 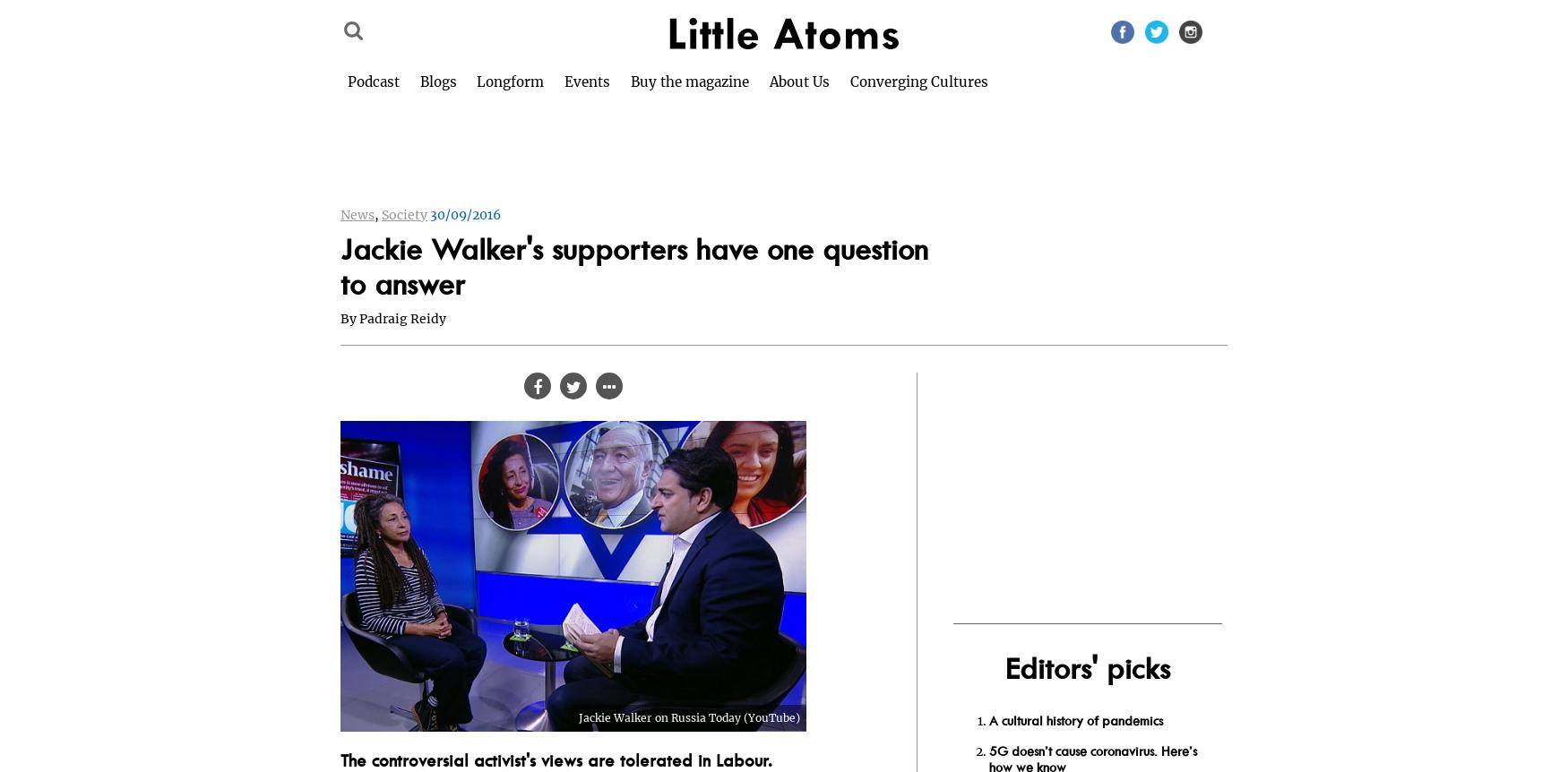 What do you see at coordinates (349, 320) in the screenshot?
I see `'By'` at bounding box center [349, 320].